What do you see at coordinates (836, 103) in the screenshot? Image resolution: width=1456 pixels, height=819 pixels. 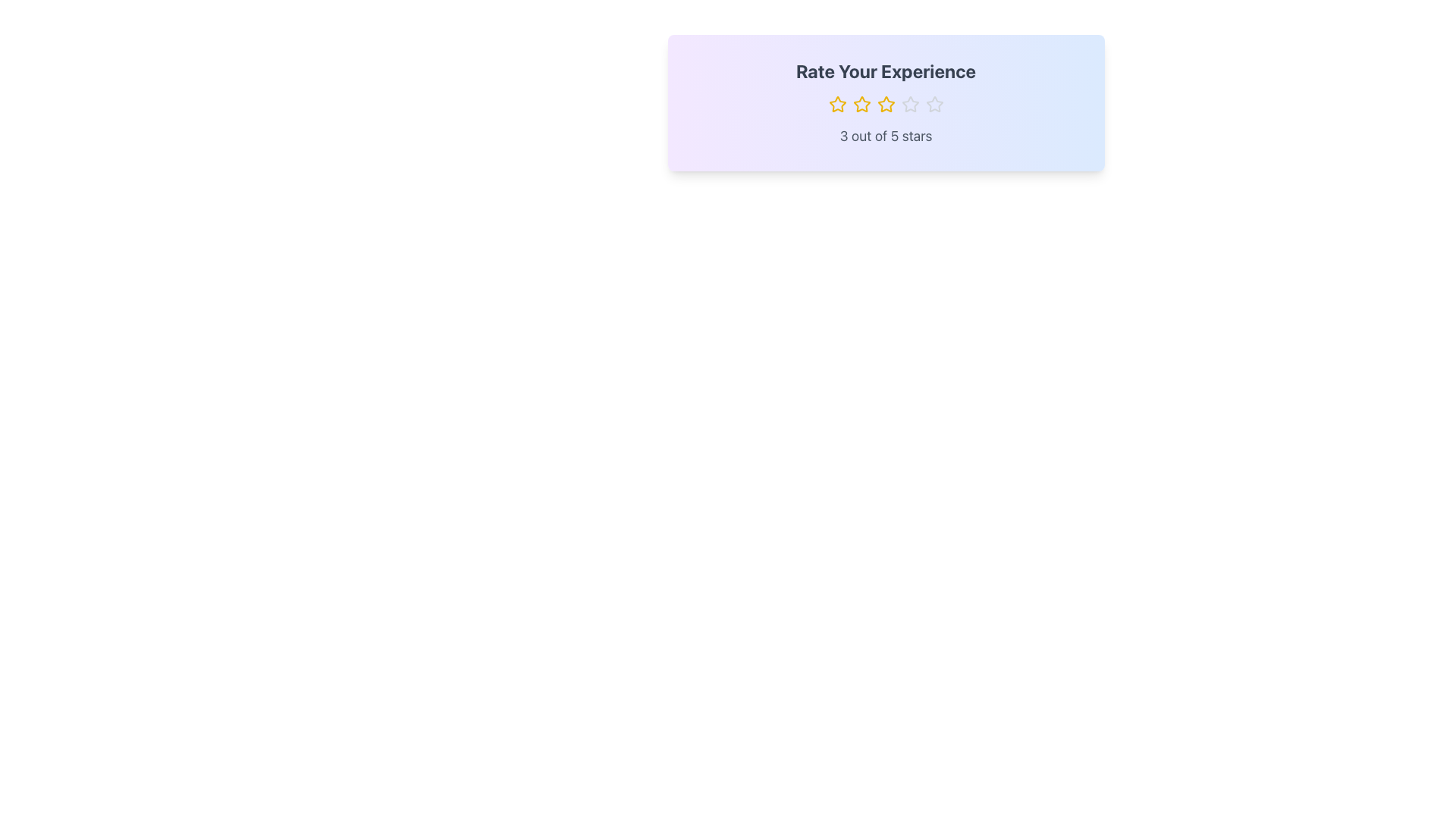 I see `the first star icon in the rating interface` at bounding box center [836, 103].